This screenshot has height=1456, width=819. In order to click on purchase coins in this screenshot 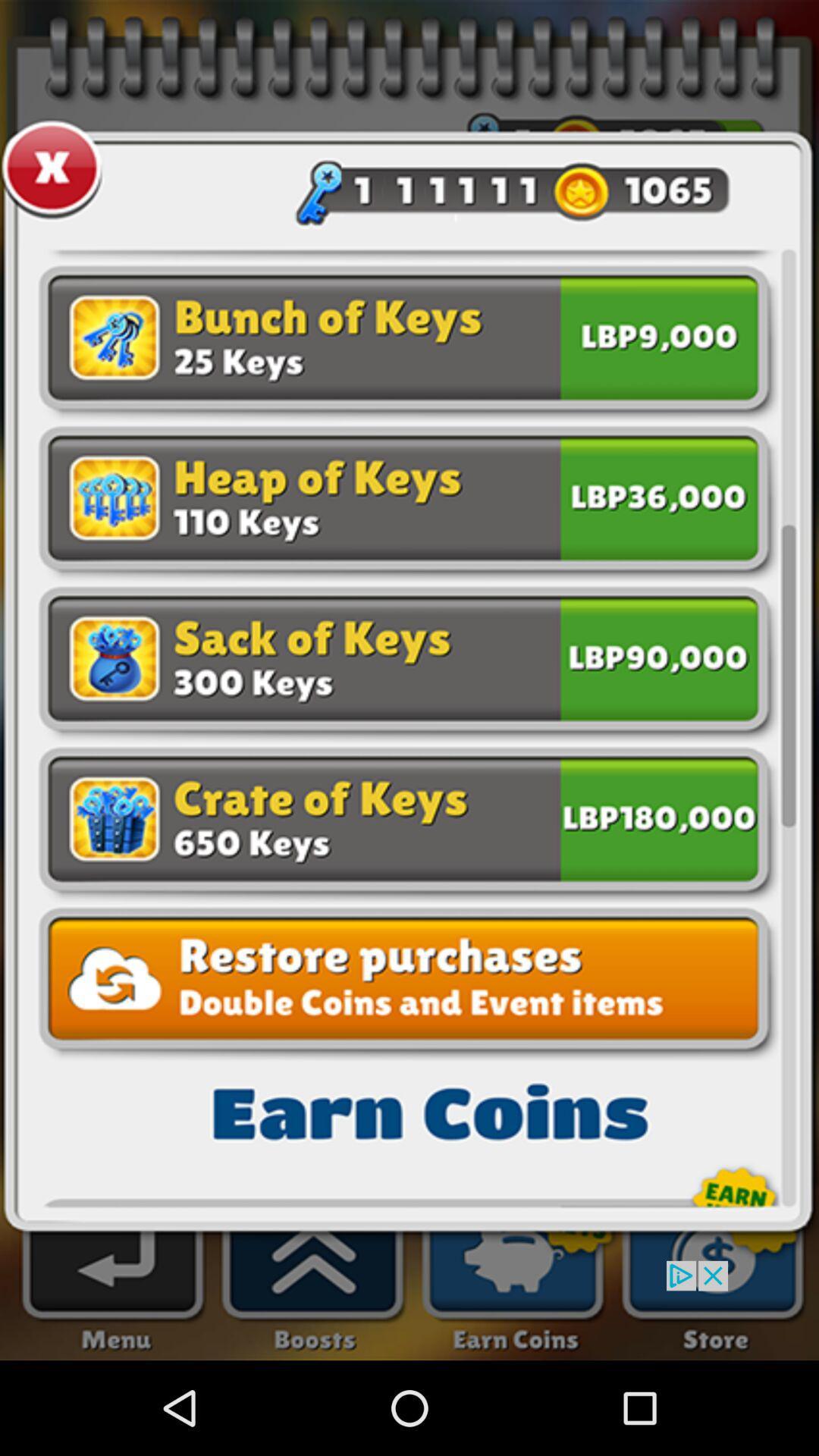, I will do `click(658, 495)`.